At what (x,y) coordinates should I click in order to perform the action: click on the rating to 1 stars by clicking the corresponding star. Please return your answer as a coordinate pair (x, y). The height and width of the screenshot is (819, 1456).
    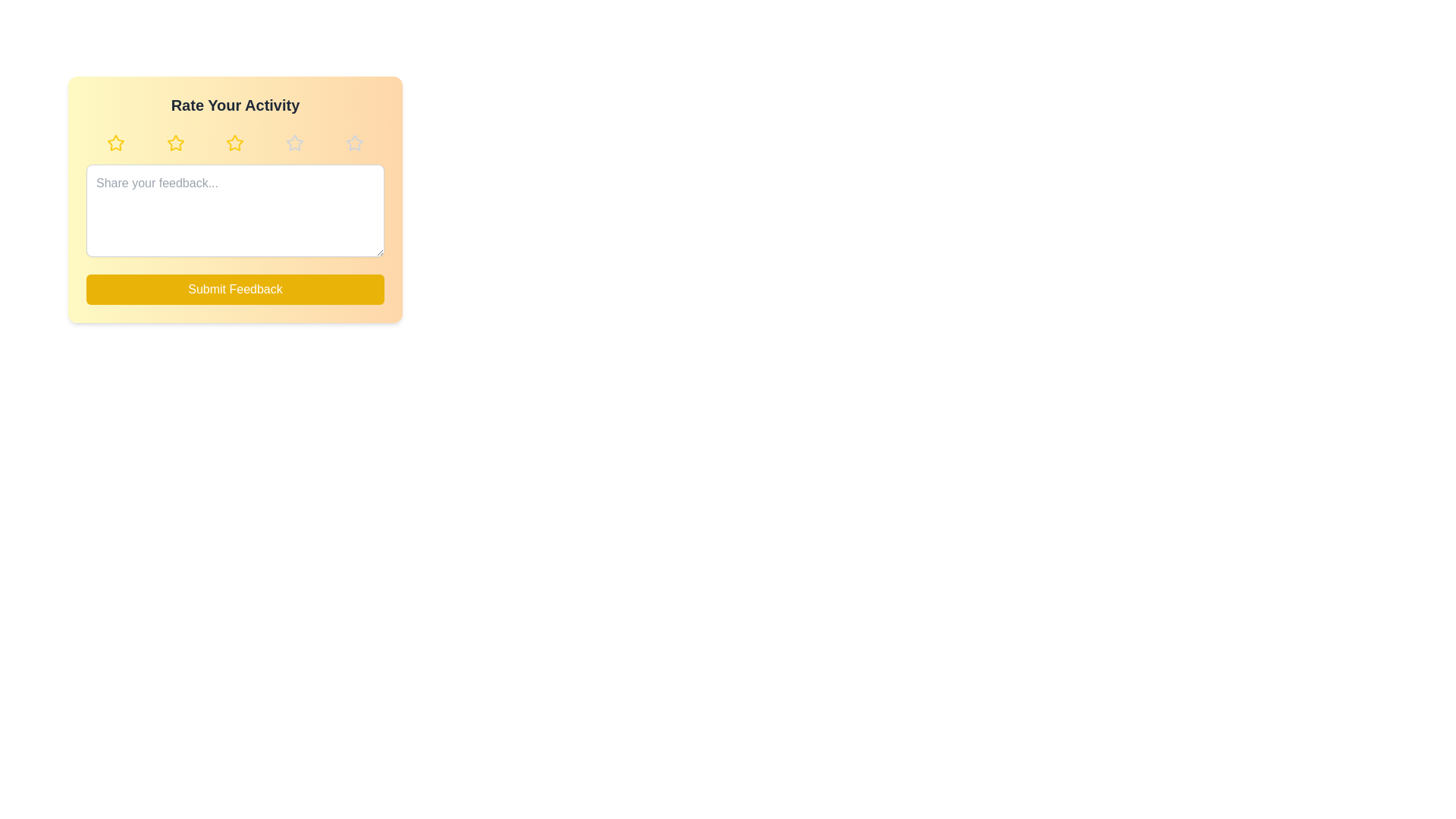
    Looking at the image, I should click on (115, 143).